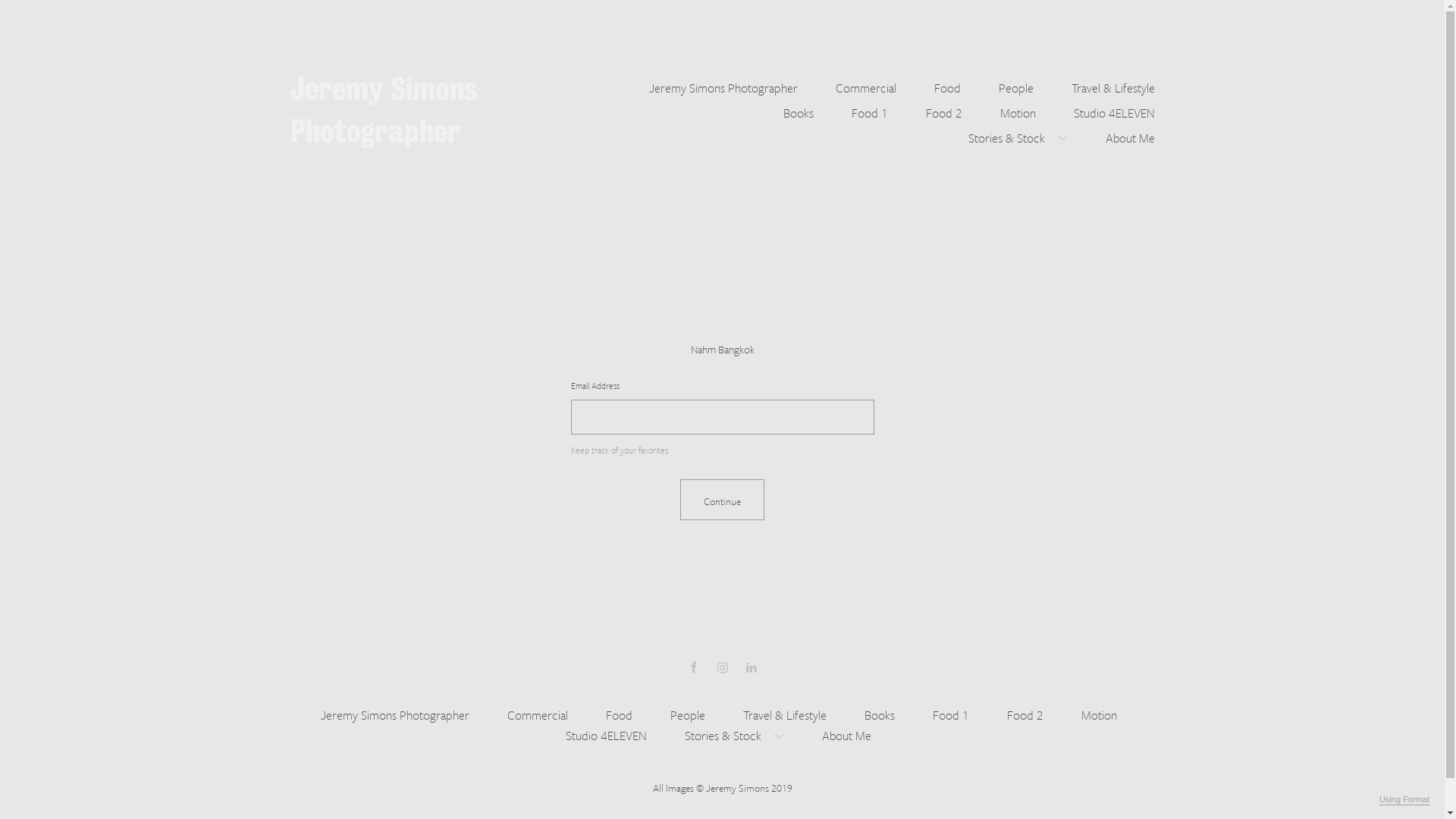 The width and height of the screenshot is (1456, 819). I want to click on 'About Me', so click(1130, 135).